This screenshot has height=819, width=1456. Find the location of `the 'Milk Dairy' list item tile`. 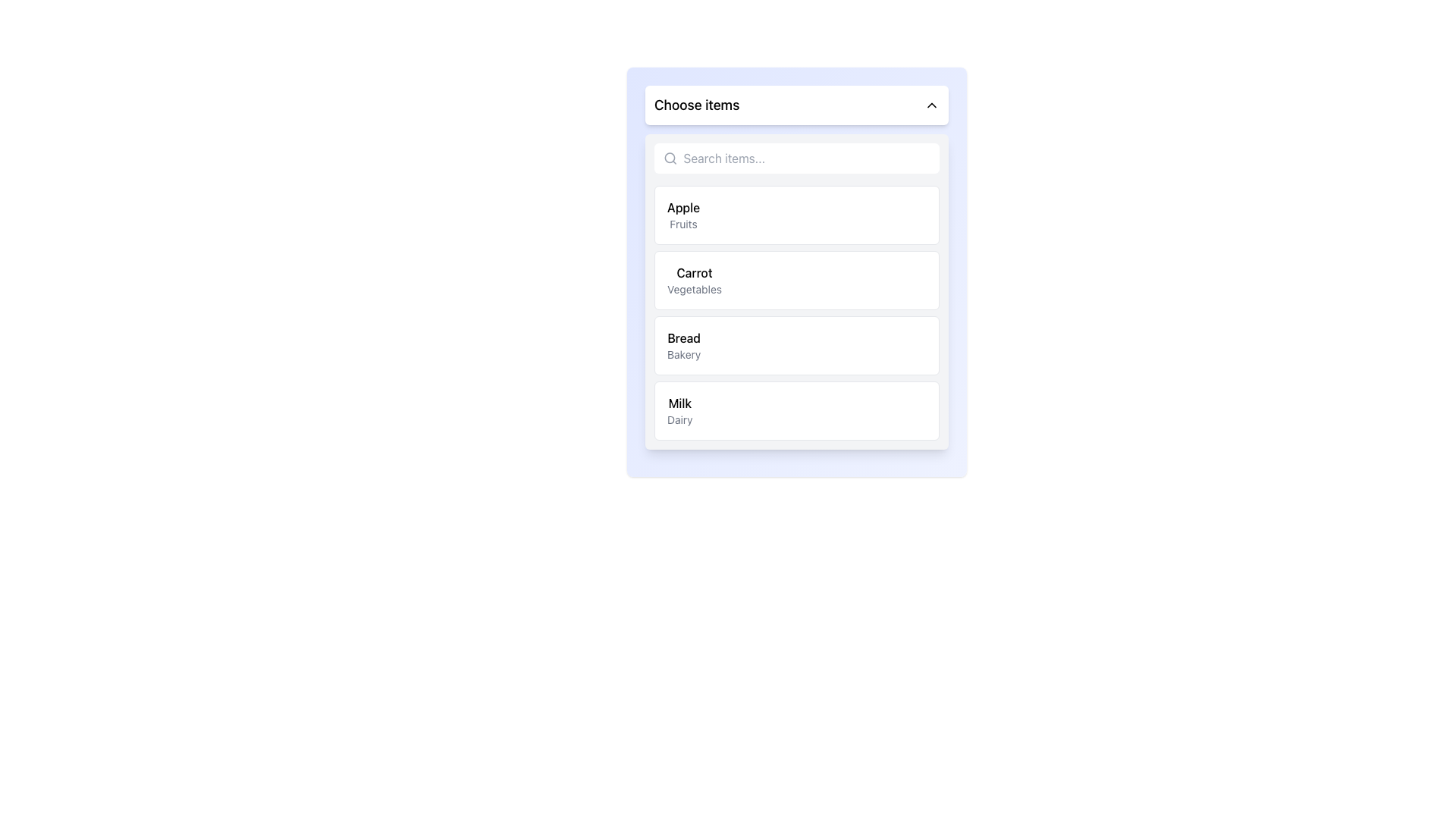

the 'Milk Dairy' list item tile is located at coordinates (796, 411).